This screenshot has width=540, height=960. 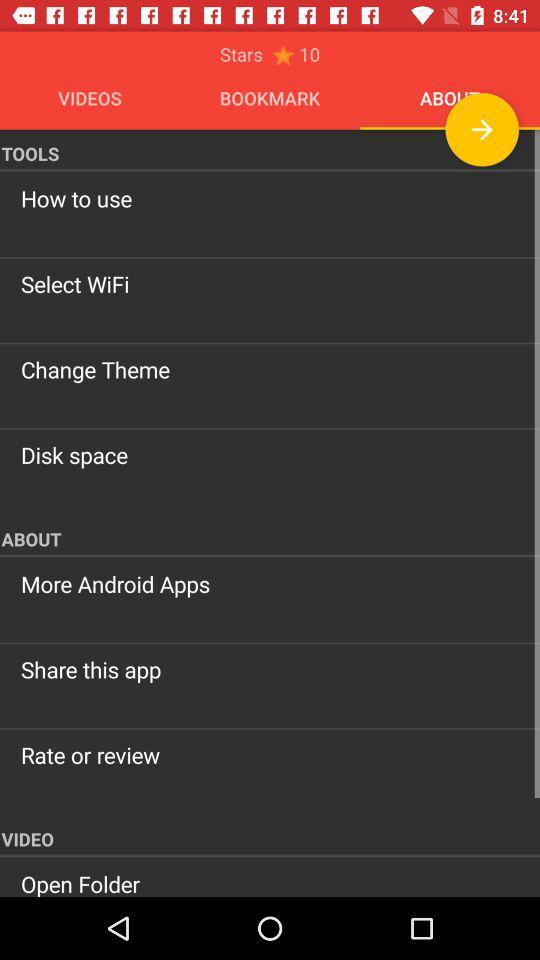 What do you see at coordinates (270, 149) in the screenshot?
I see `the icon below videos icon` at bounding box center [270, 149].